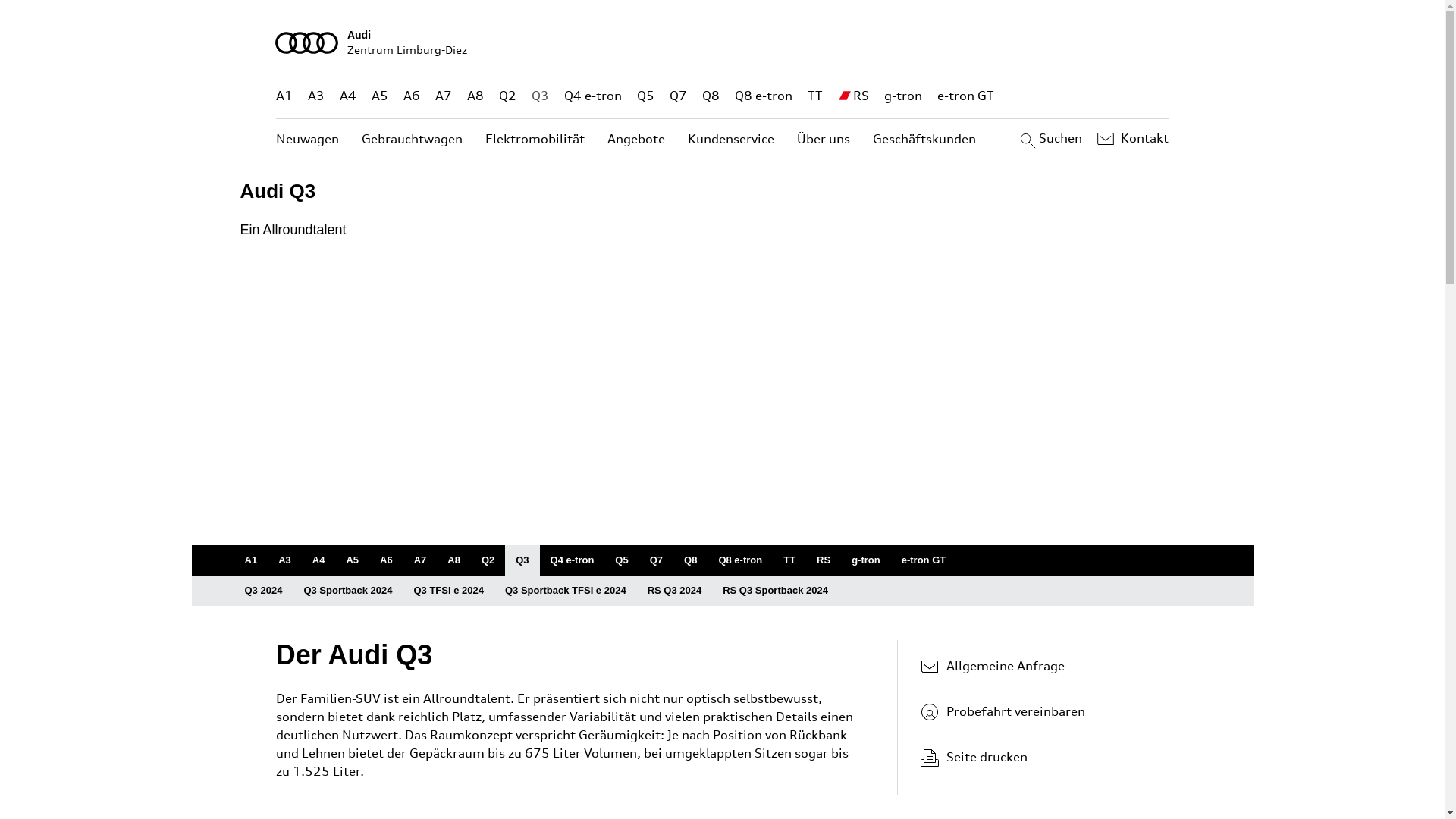 The image size is (1456, 819). What do you see at coordinates (775, 590) in the screenshot?
I see `'RS Q3 Sportback 2024'` at bounding box center [775, 590].